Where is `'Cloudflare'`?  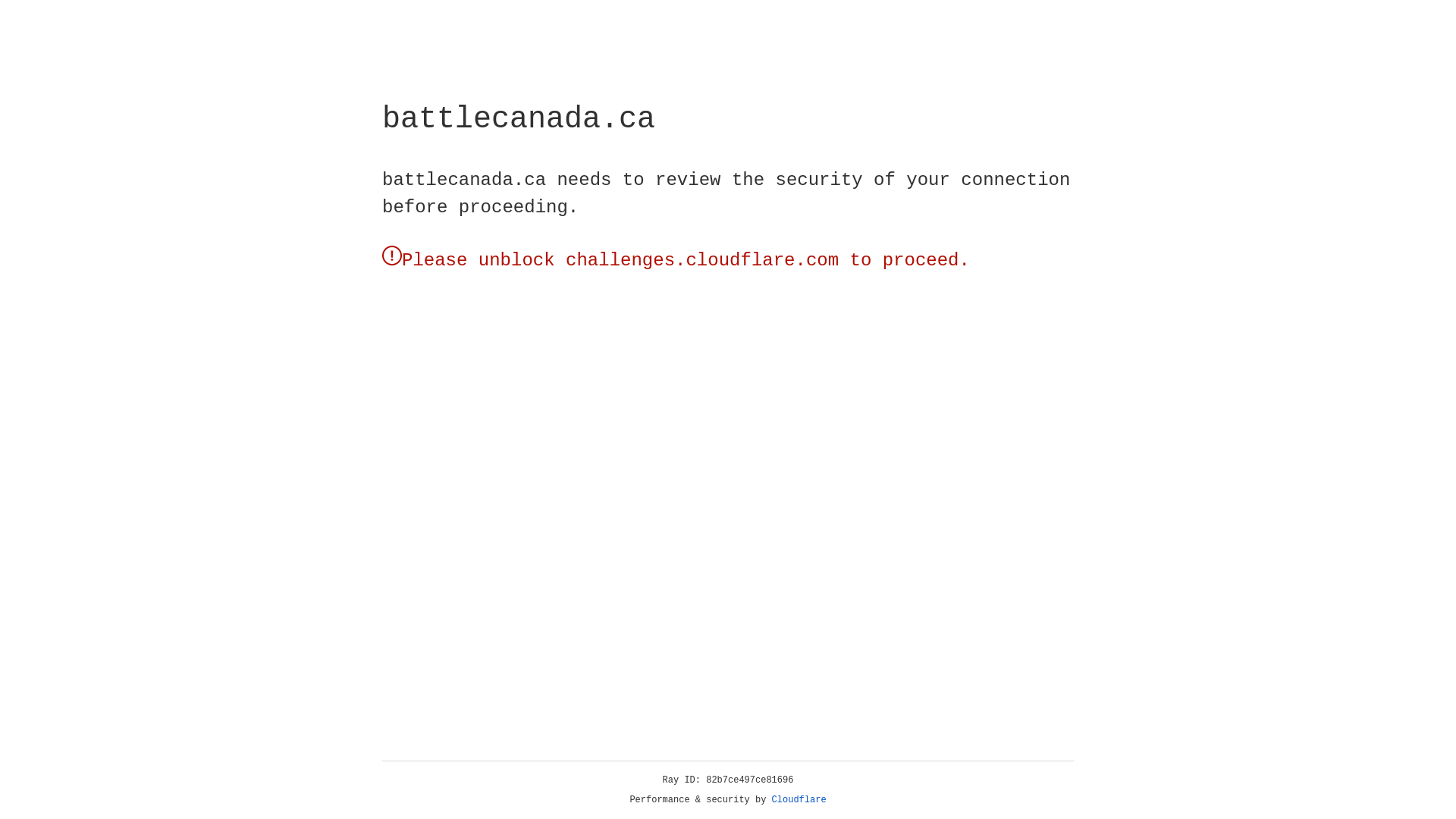
'Cloudflare' is located at coordinates (799, 799).